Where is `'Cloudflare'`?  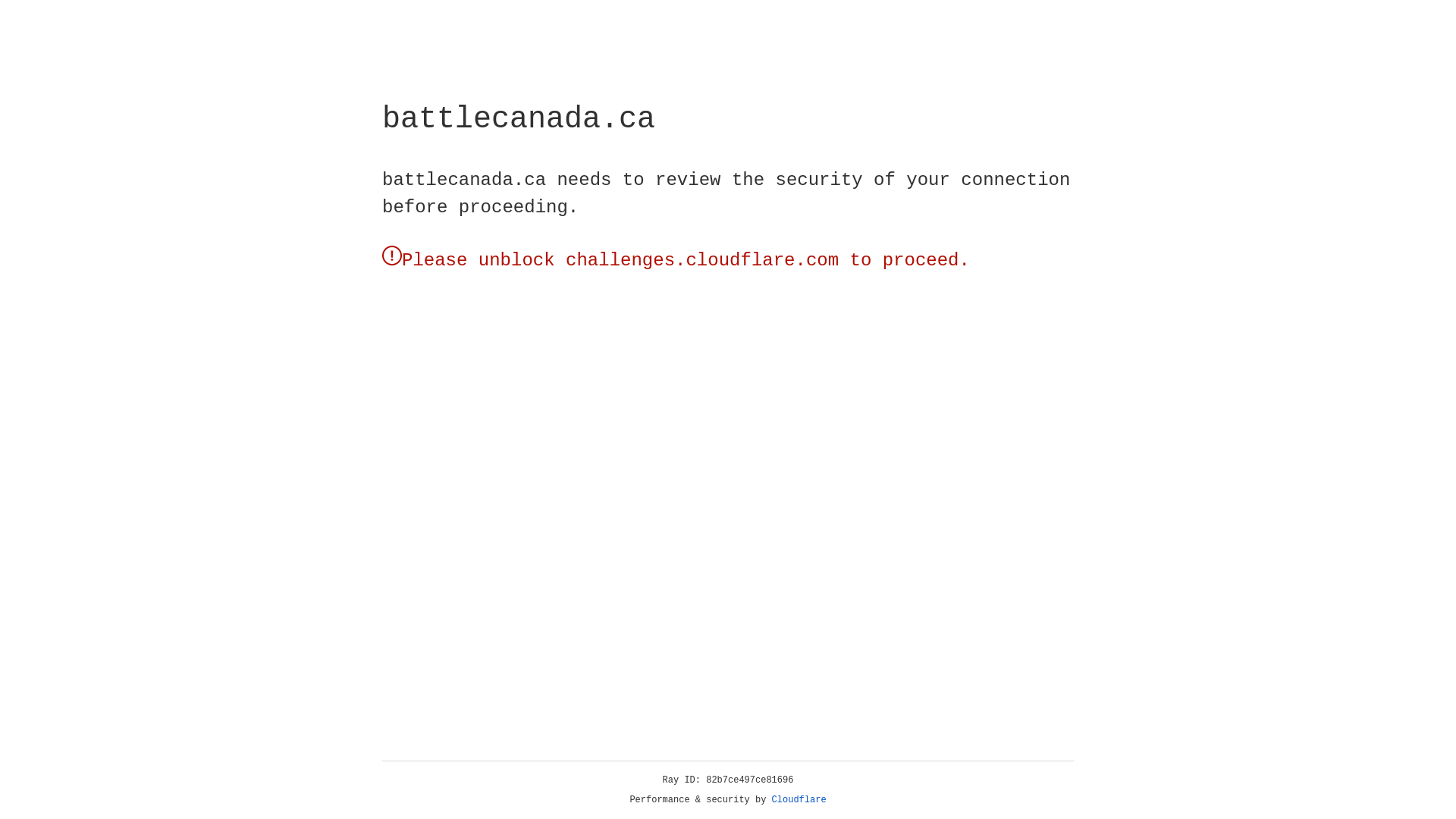
'Cloudflare' is located at coordinates (799, 799).